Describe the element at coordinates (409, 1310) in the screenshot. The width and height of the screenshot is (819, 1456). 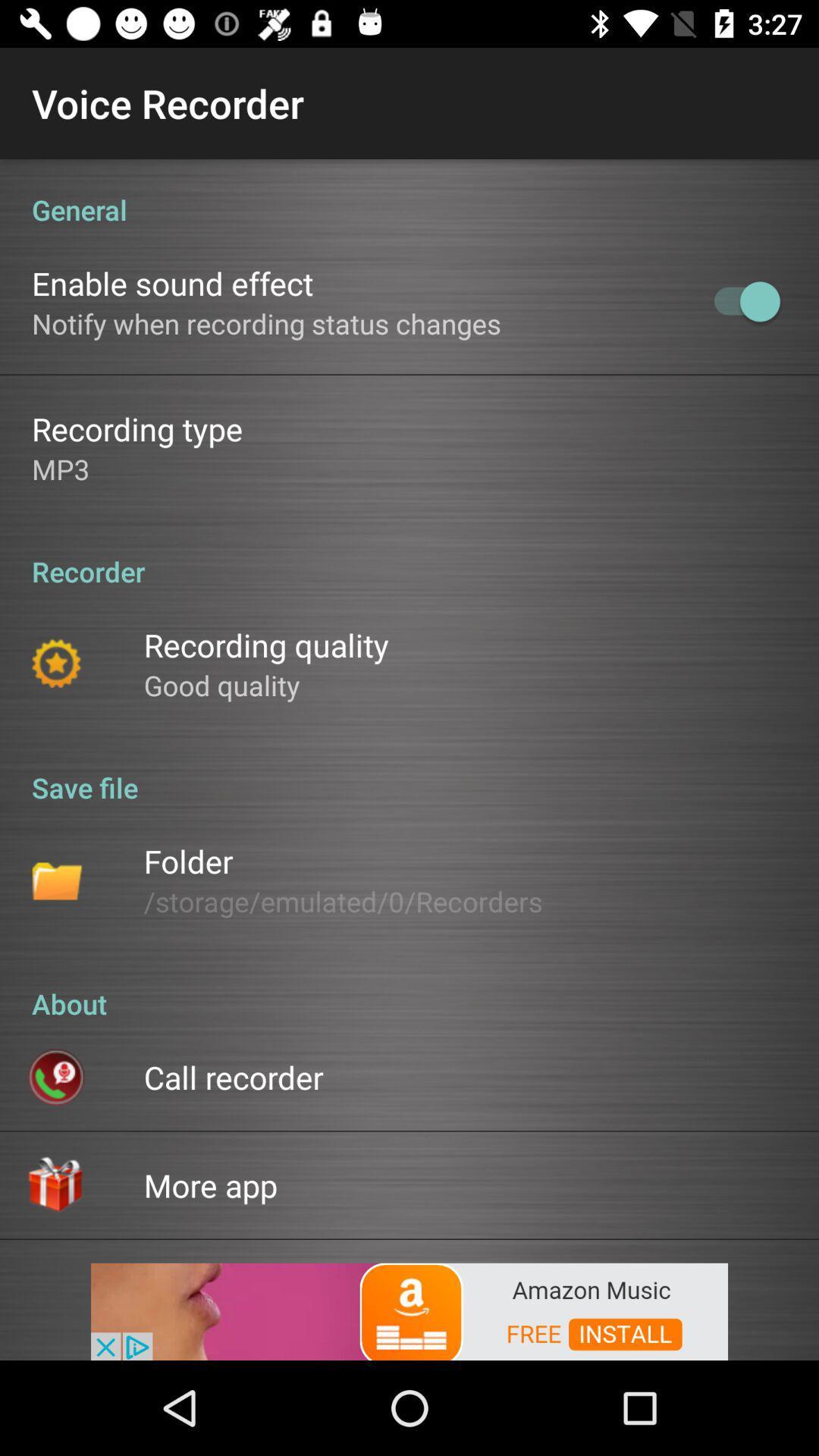
I see `advertisement option` at that location.